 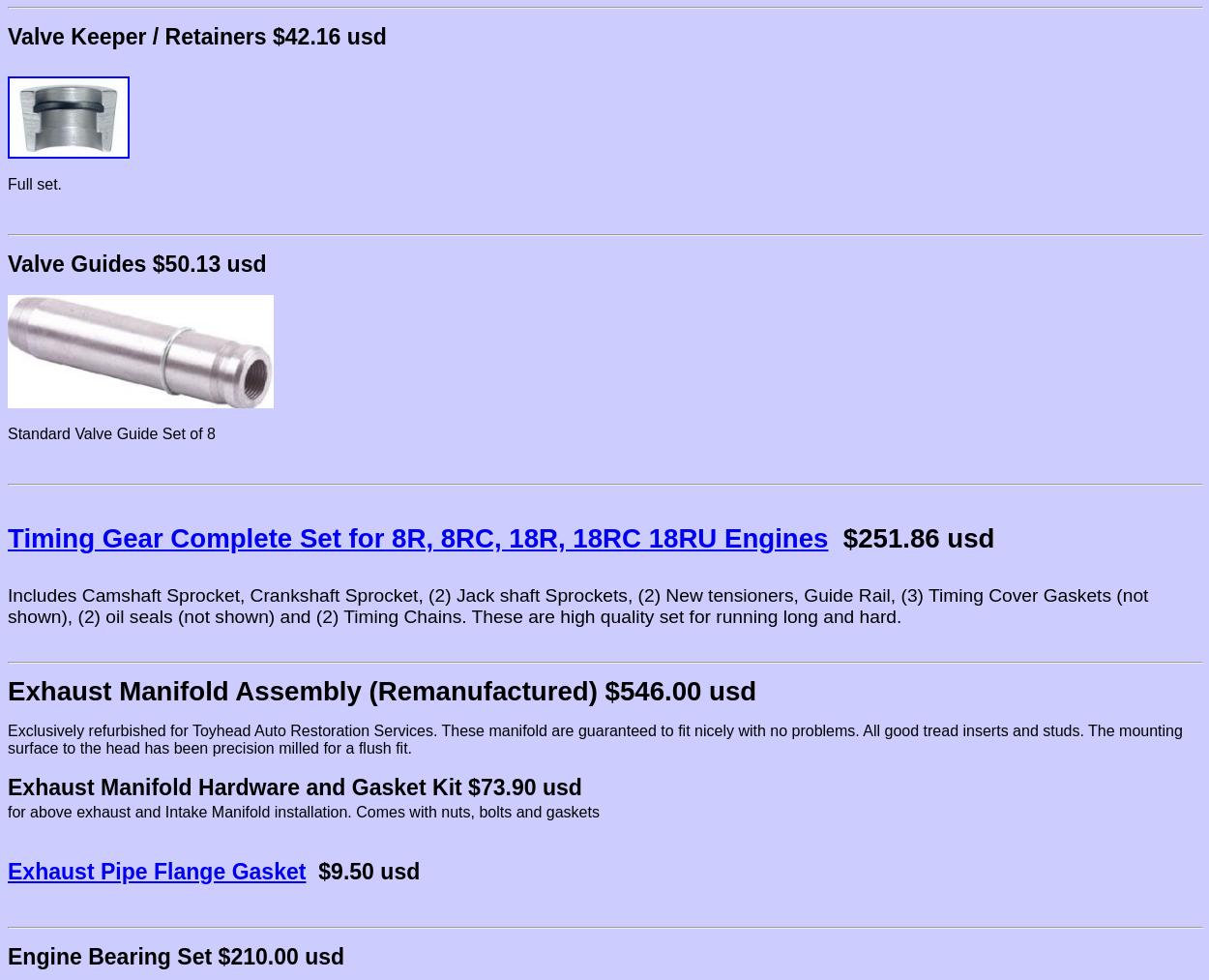 What do you see at coordinates (44, 956) in the screenshot?
I see `'Engine'` at bounding box center [44, 956].